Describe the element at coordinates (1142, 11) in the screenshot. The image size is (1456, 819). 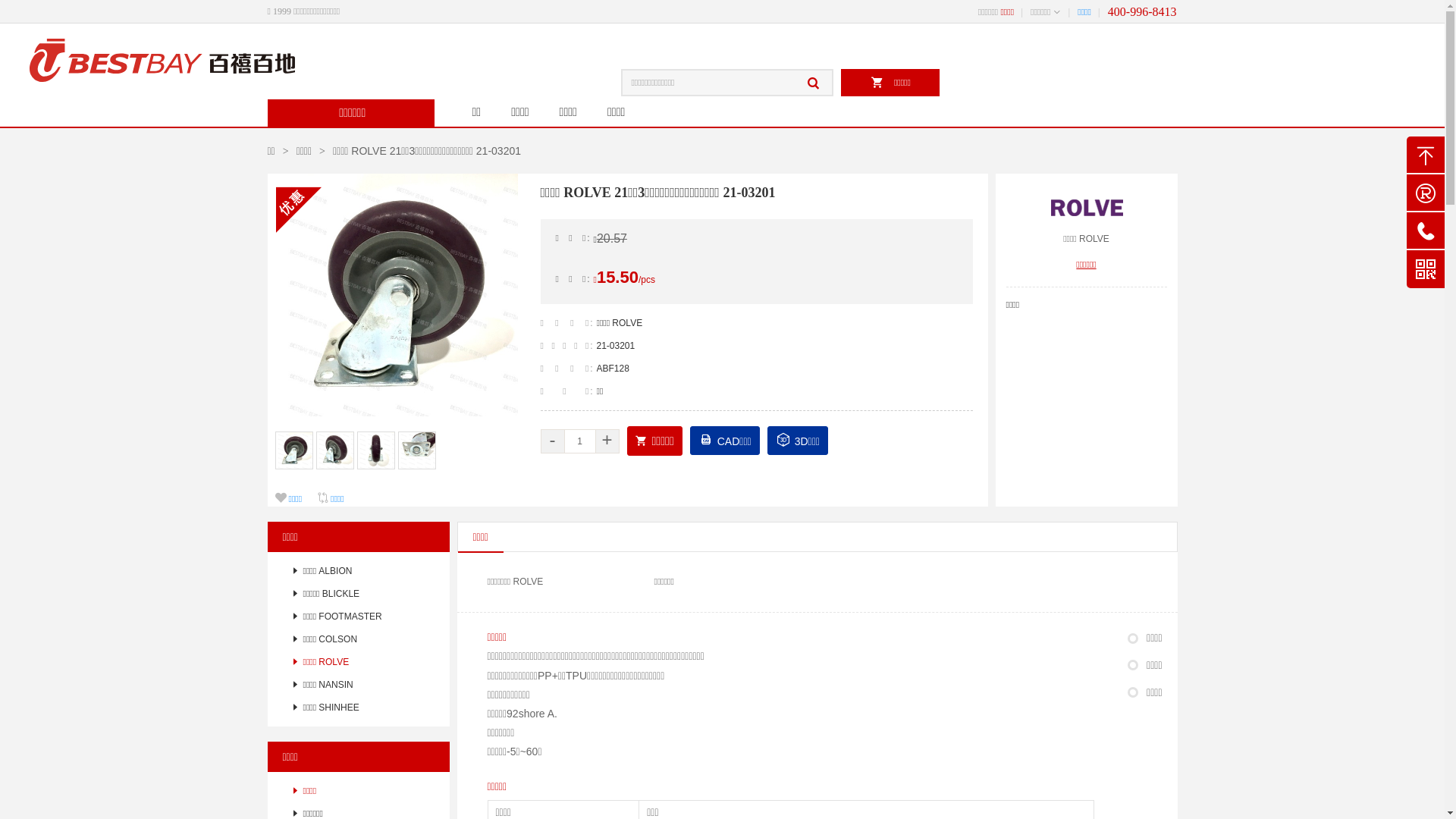
I see `'400-996-8413'` at that location.